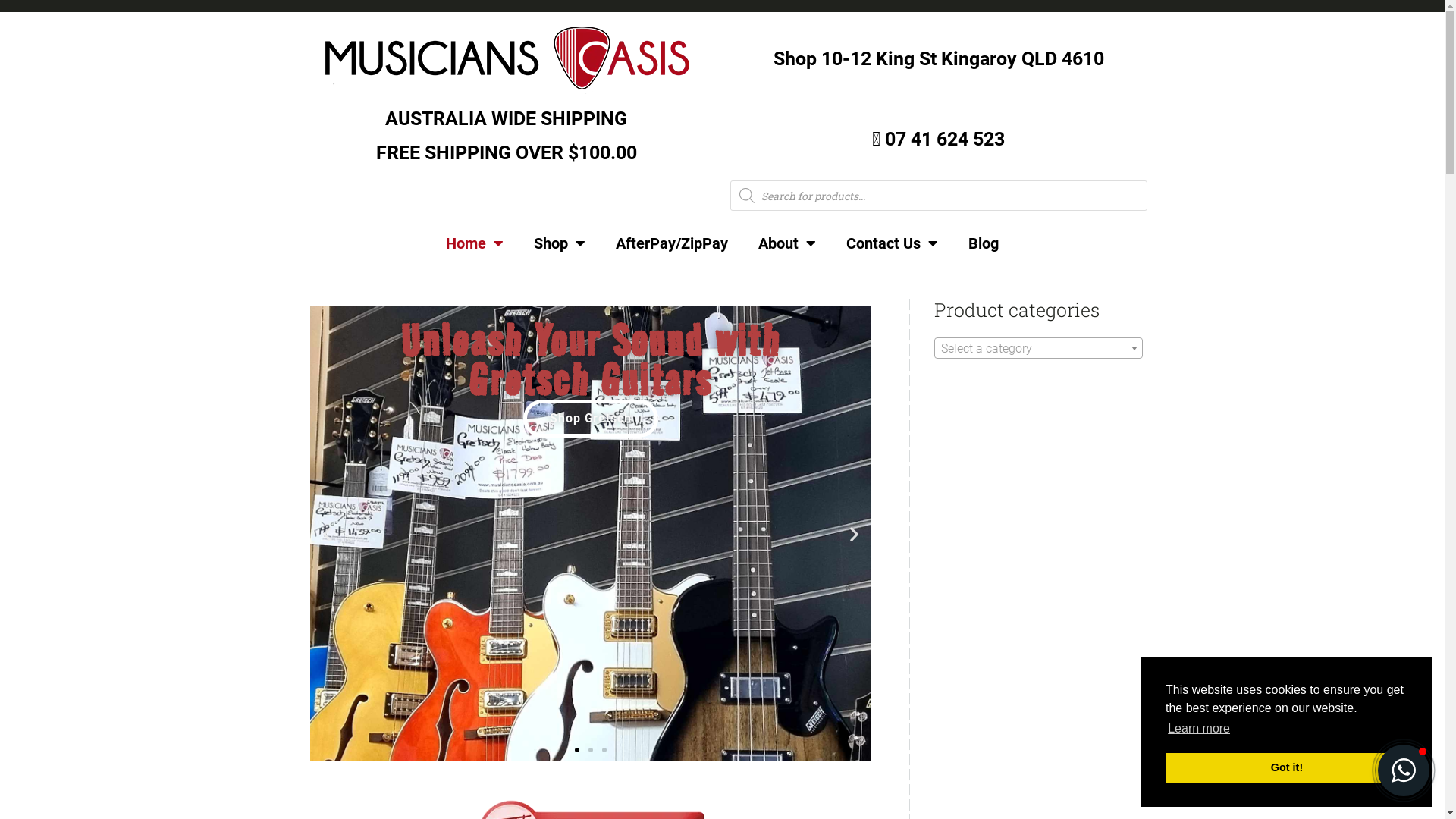  What do you see at coordinates (983, 242) in the screenshot?
I see `'Blog'` at bounding box center [983, 242].